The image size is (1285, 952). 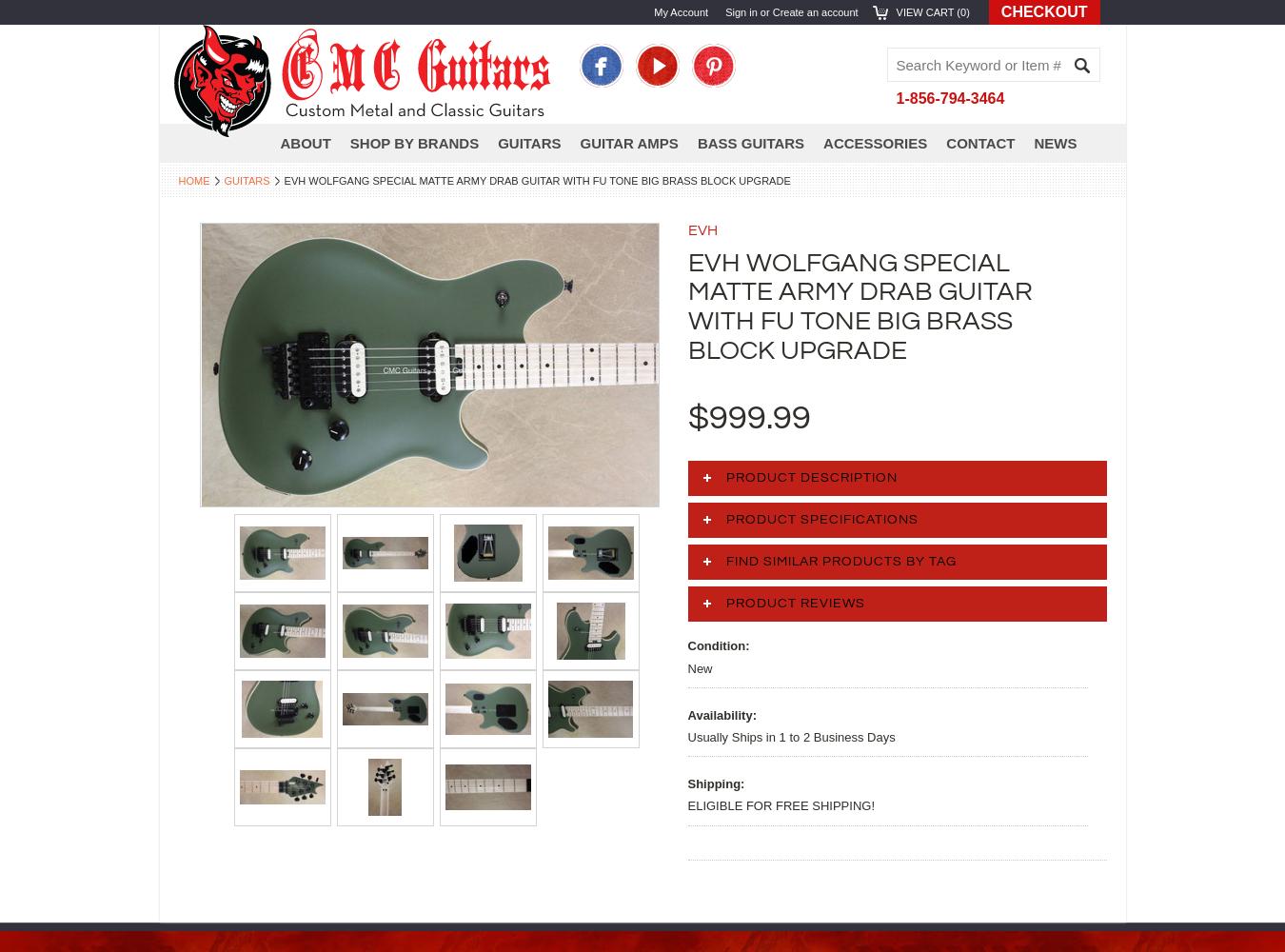 What do you see at coordinates (177, 180) in the screenshot?
I see `'Home'` at bounding box center [177, 180].